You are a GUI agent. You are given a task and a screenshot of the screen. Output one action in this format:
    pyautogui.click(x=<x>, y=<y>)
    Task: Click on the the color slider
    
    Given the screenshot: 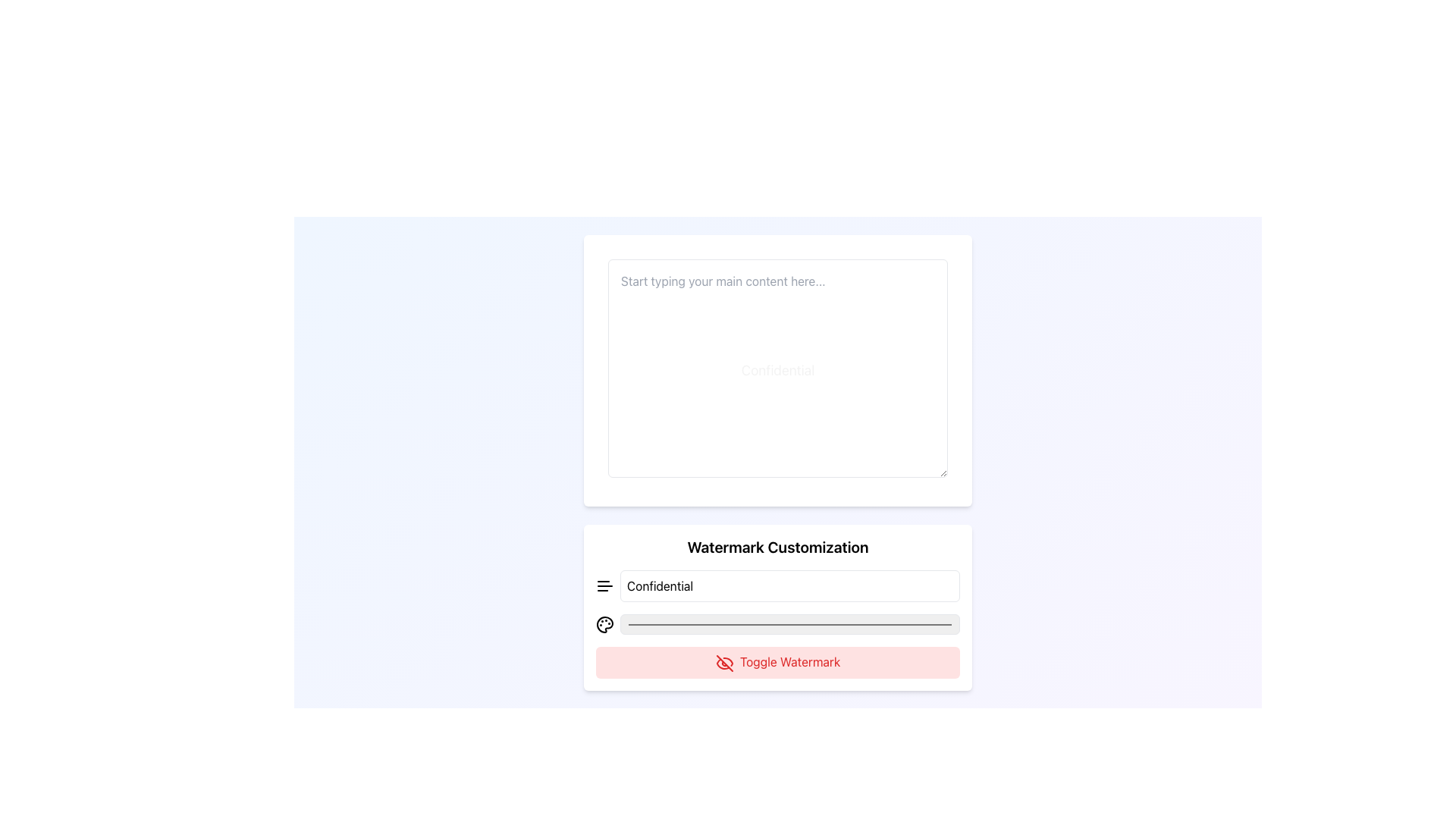 What is the action you would take?
    pyautogui.click(x=892, y=624)
    